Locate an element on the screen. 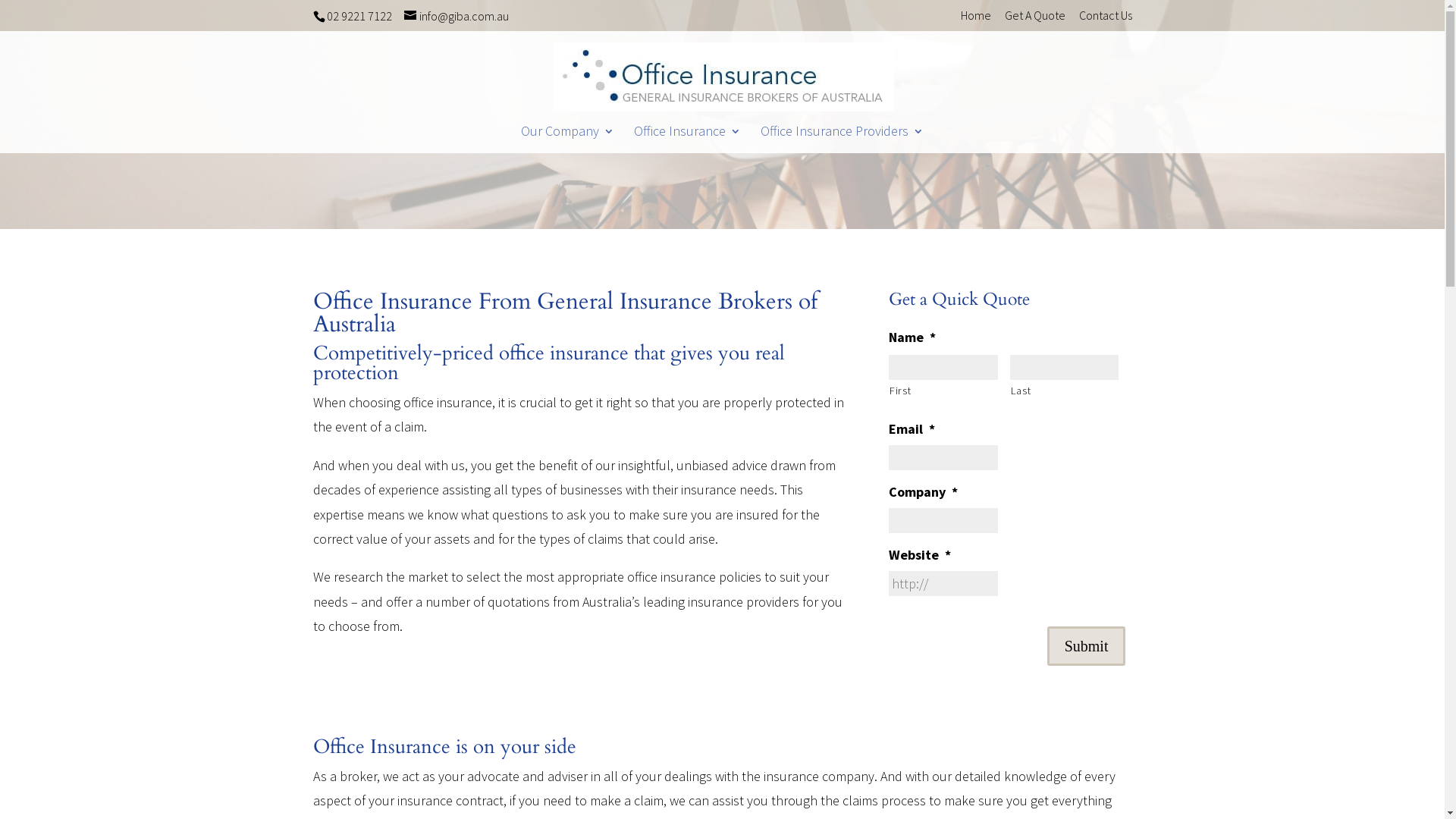  'Submit' is located at coordinates (1086, 646).